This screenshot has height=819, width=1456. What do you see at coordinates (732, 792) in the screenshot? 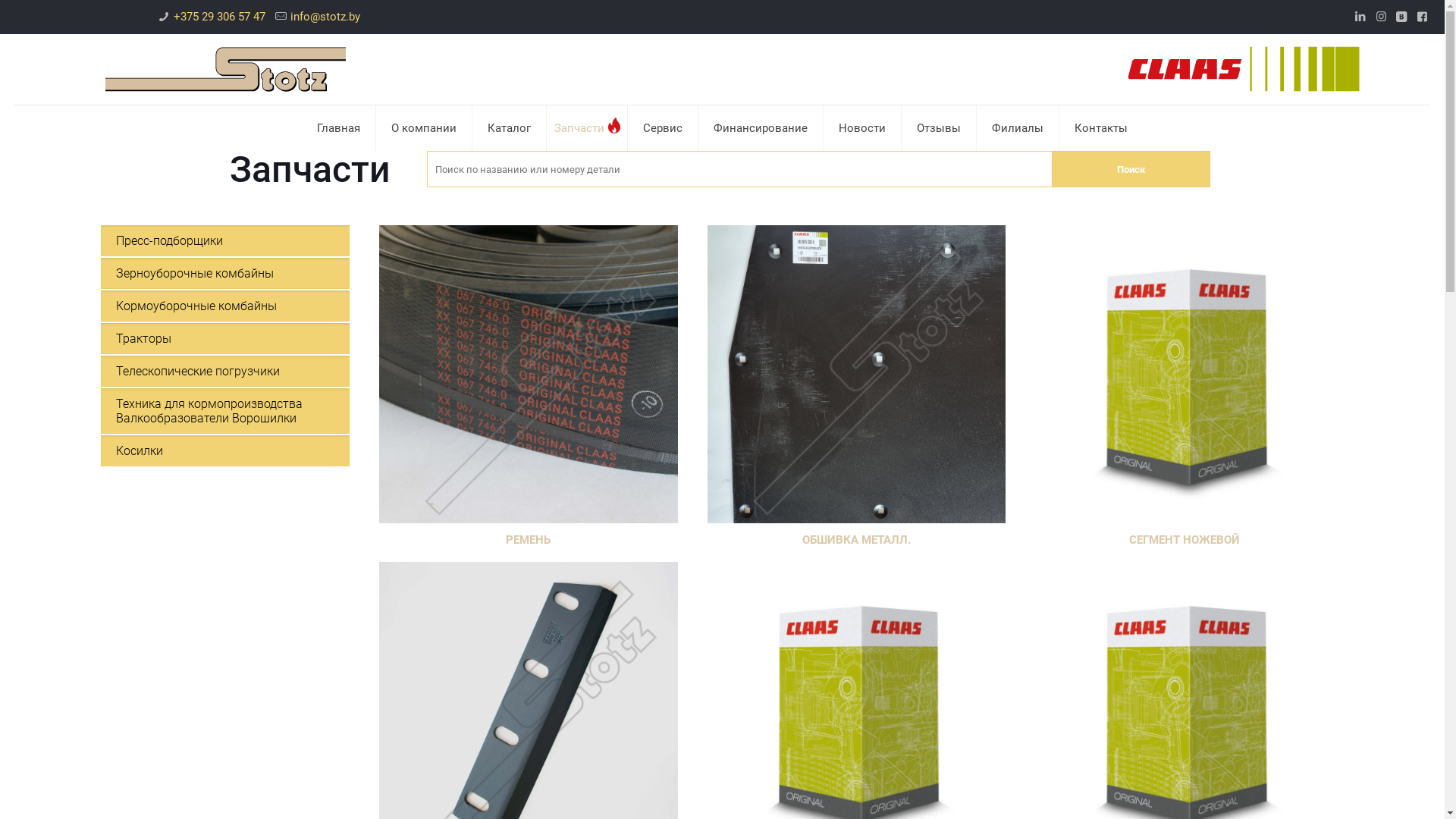
I see `'VKontakte'` at bounding box center [732, 792].